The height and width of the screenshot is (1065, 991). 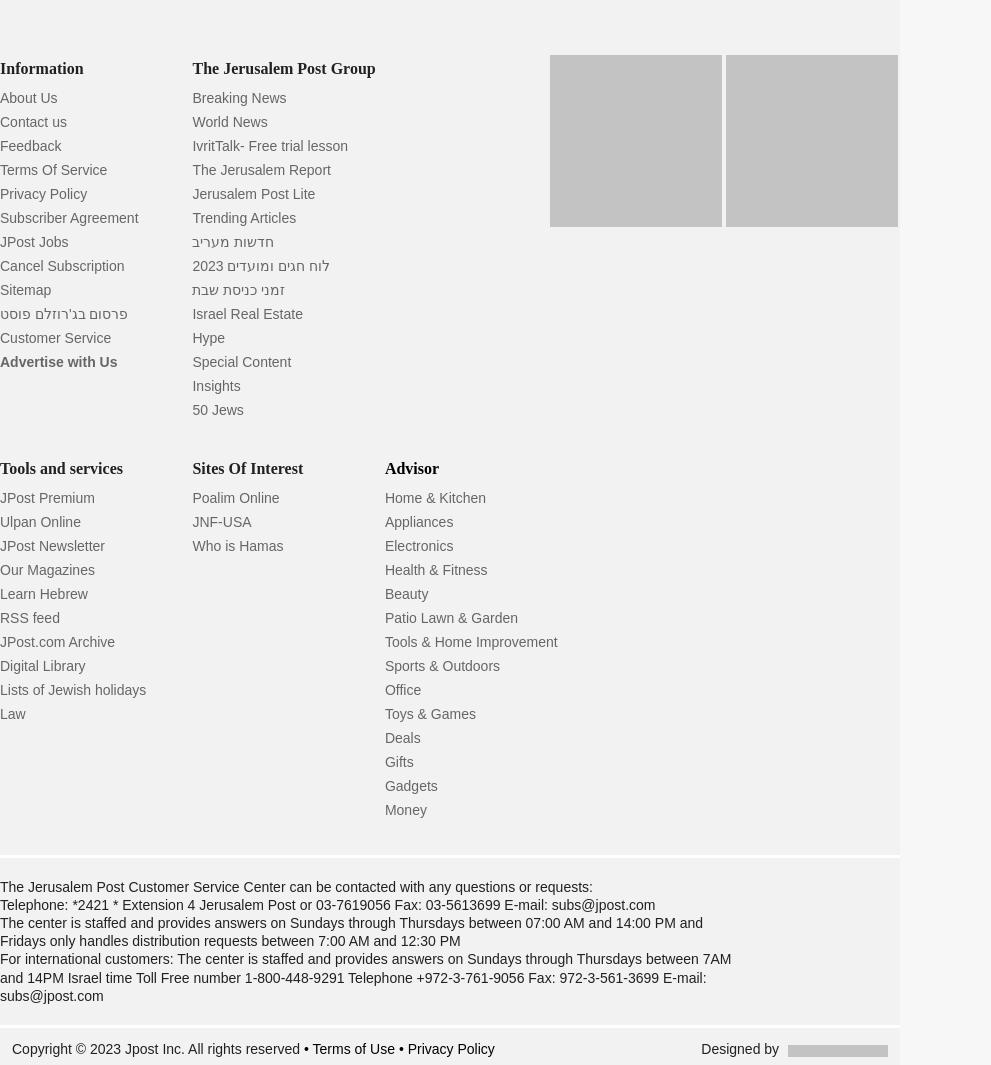 What do you see at coordinates (303, 1047) in the screenshot?
I see `'• Terms of Use'` at bounding box center [303, 1047].